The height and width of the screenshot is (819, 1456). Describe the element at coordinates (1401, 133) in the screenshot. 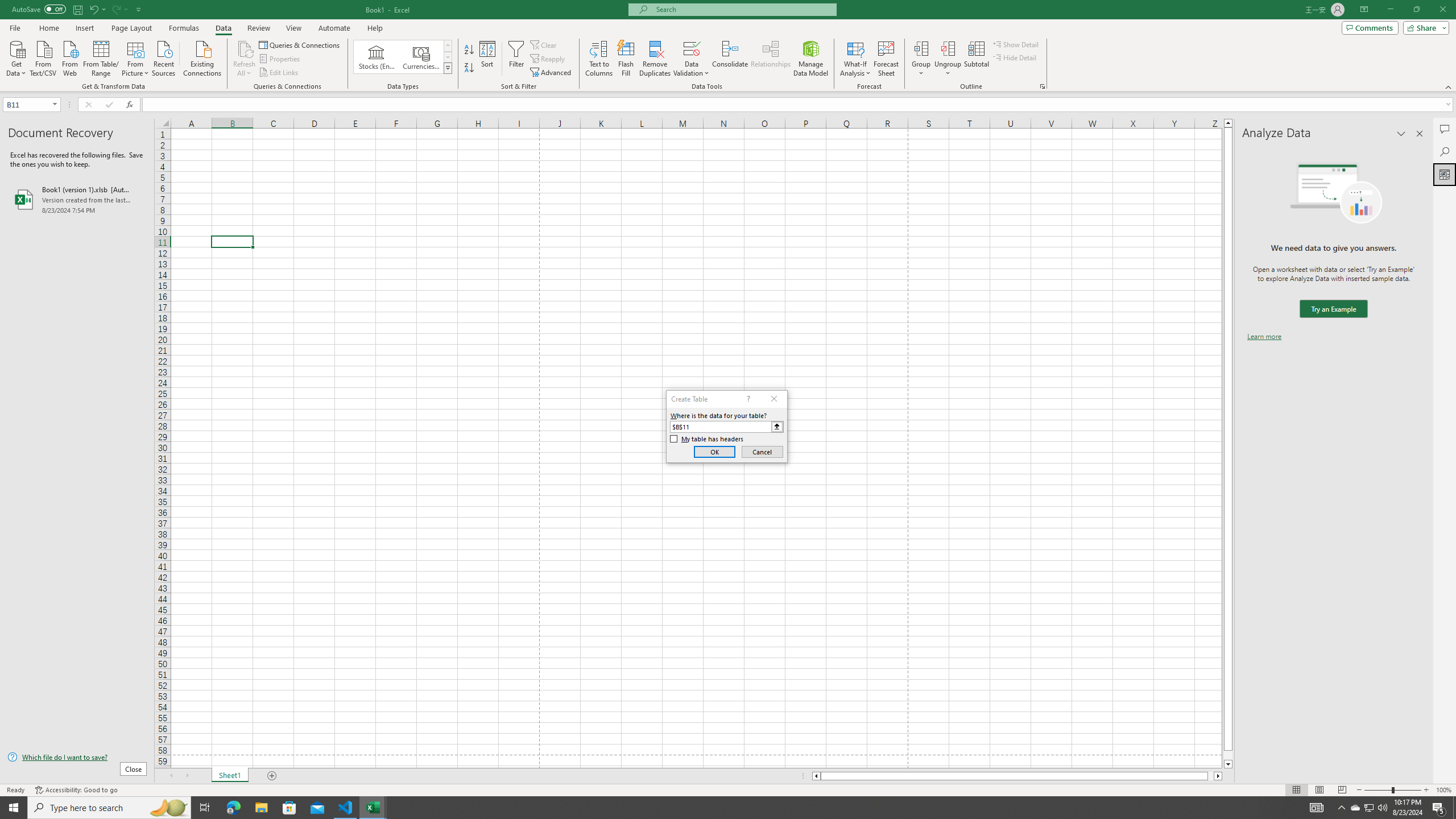

I see `'Task Pane Options'` at that location.